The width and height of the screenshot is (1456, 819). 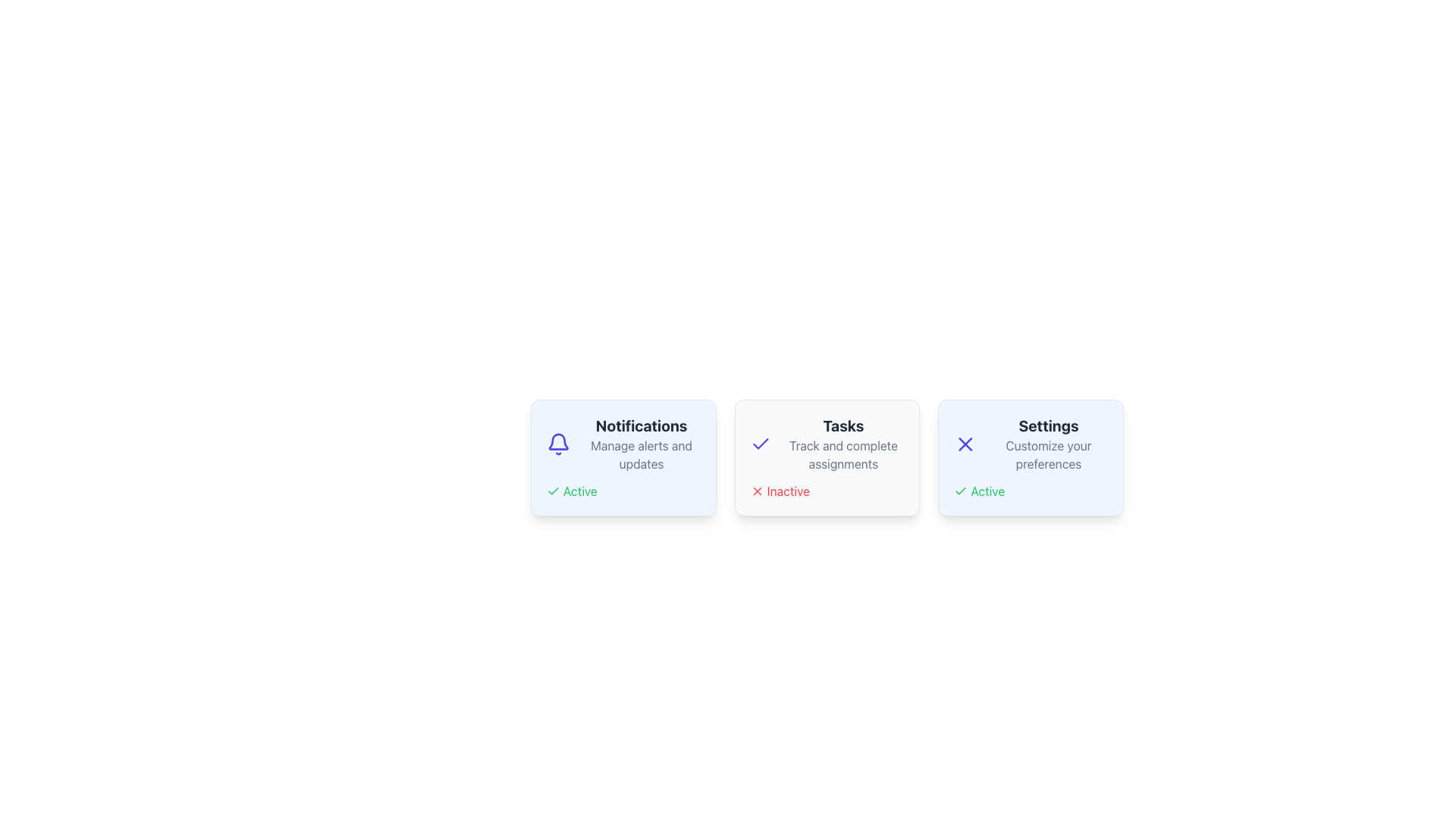 What do you see at coordinates (557, 444) in the screenshot?
I see `the notifications icon located in the top-left section of the notifications card, which signifies alerts or updates` at bounding box center [557, 444].